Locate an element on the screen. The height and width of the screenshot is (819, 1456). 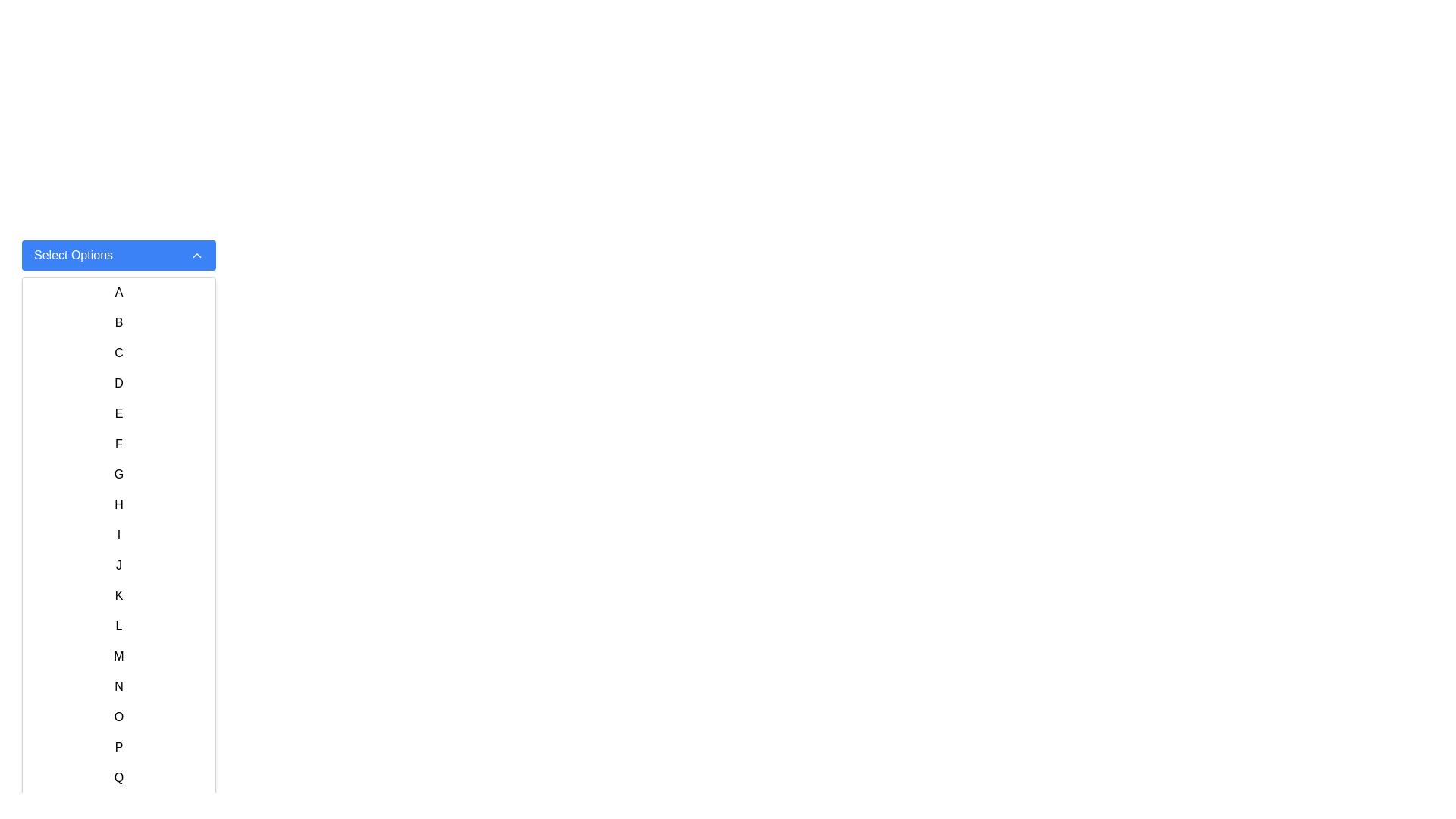
the list item displaying the character 'I' in the dropdown menu is located at coordinates (118, 534).